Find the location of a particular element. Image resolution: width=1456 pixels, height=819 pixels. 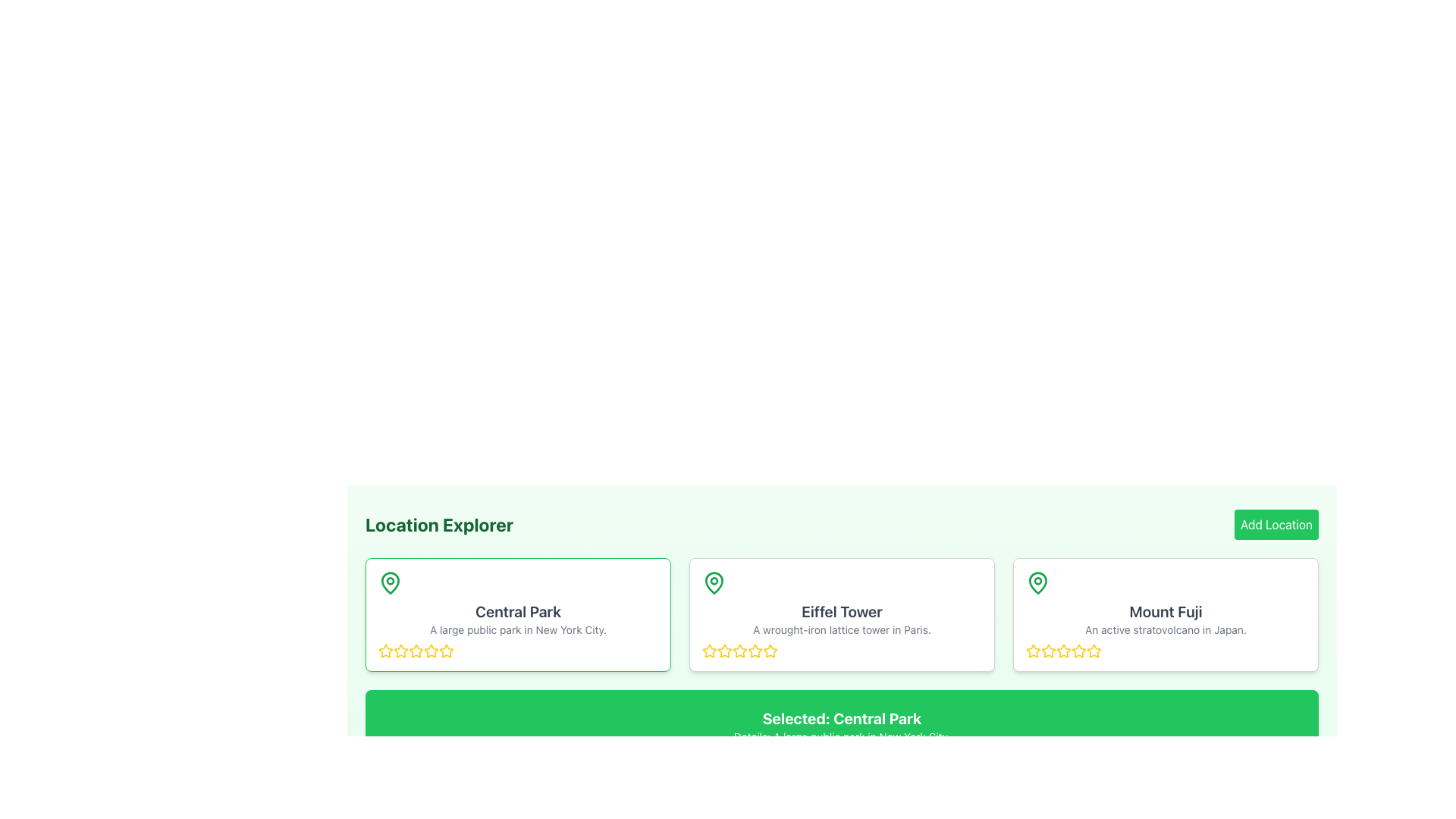

the fourth gold-colored star icon with a hollow center in the rating system, located below the 'Eiffel Tower' card in the 'Location Explorer' section is located at coordinates (739, 651).